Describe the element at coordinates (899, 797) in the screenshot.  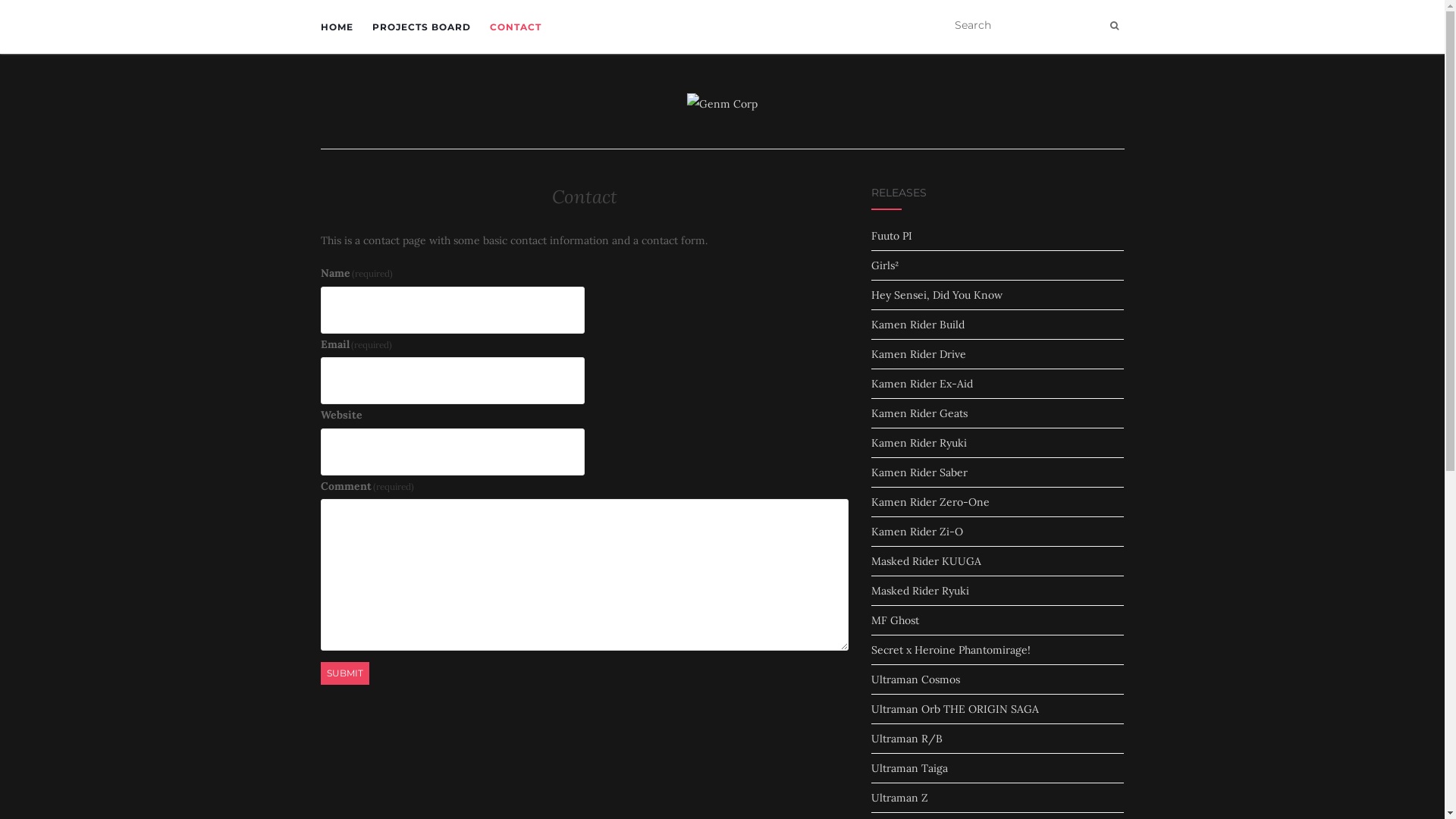
I see `'Ultraman Z'` at that location.